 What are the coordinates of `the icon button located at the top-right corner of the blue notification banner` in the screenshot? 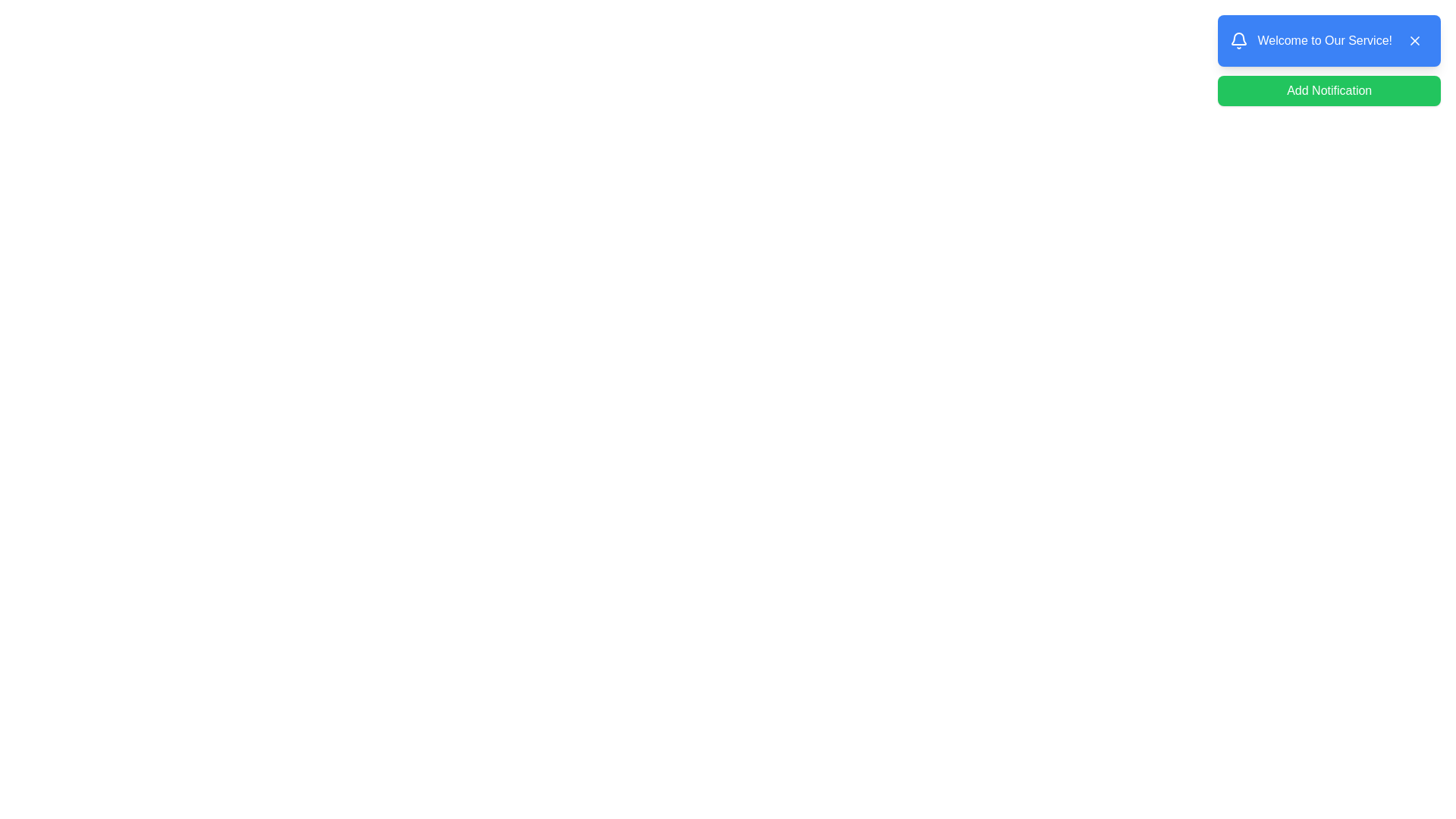 It's located at (1414, 40).